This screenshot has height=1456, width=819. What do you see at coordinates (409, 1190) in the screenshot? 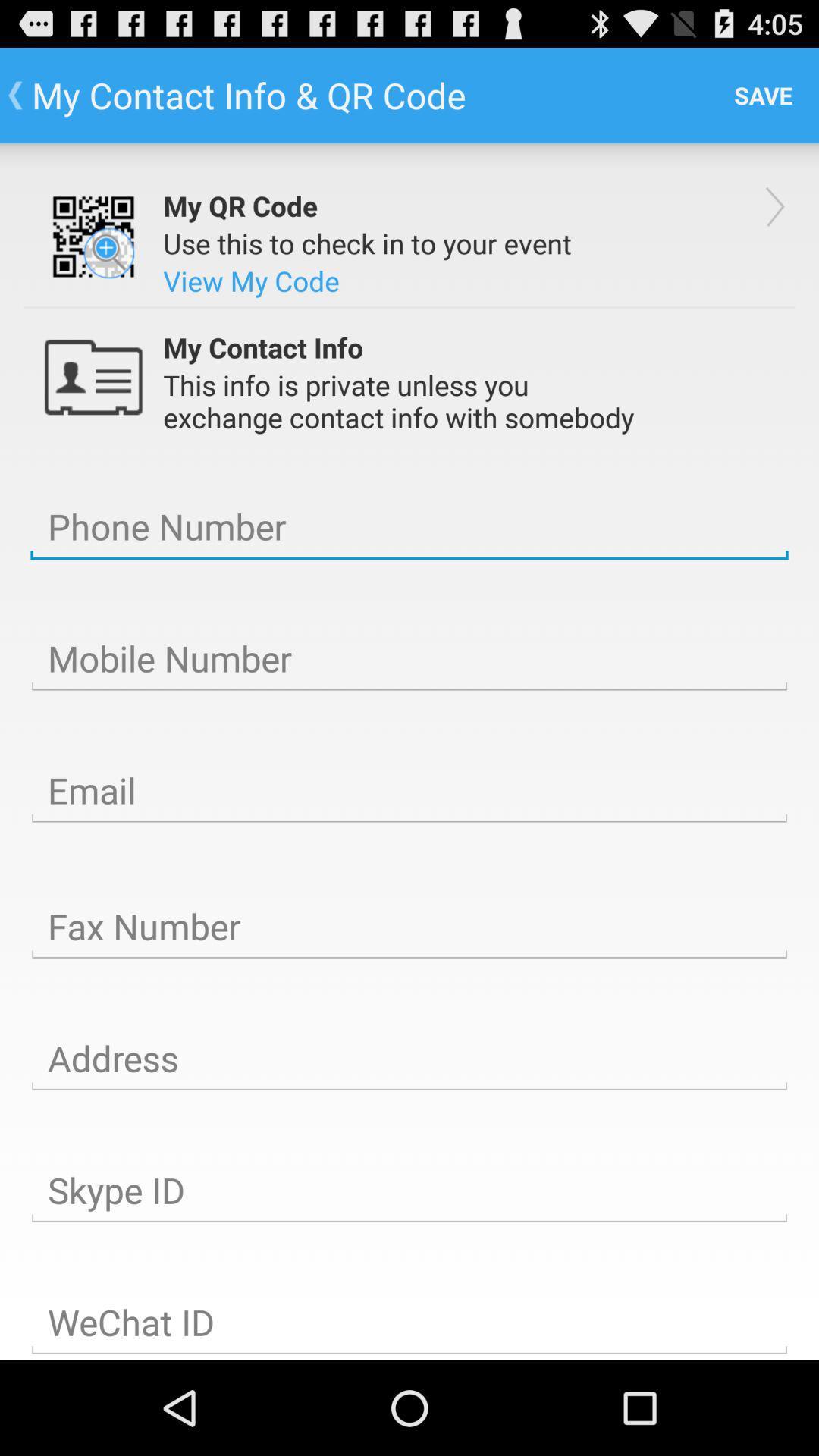
I see `skype id` at bounding box center [409, 1190].